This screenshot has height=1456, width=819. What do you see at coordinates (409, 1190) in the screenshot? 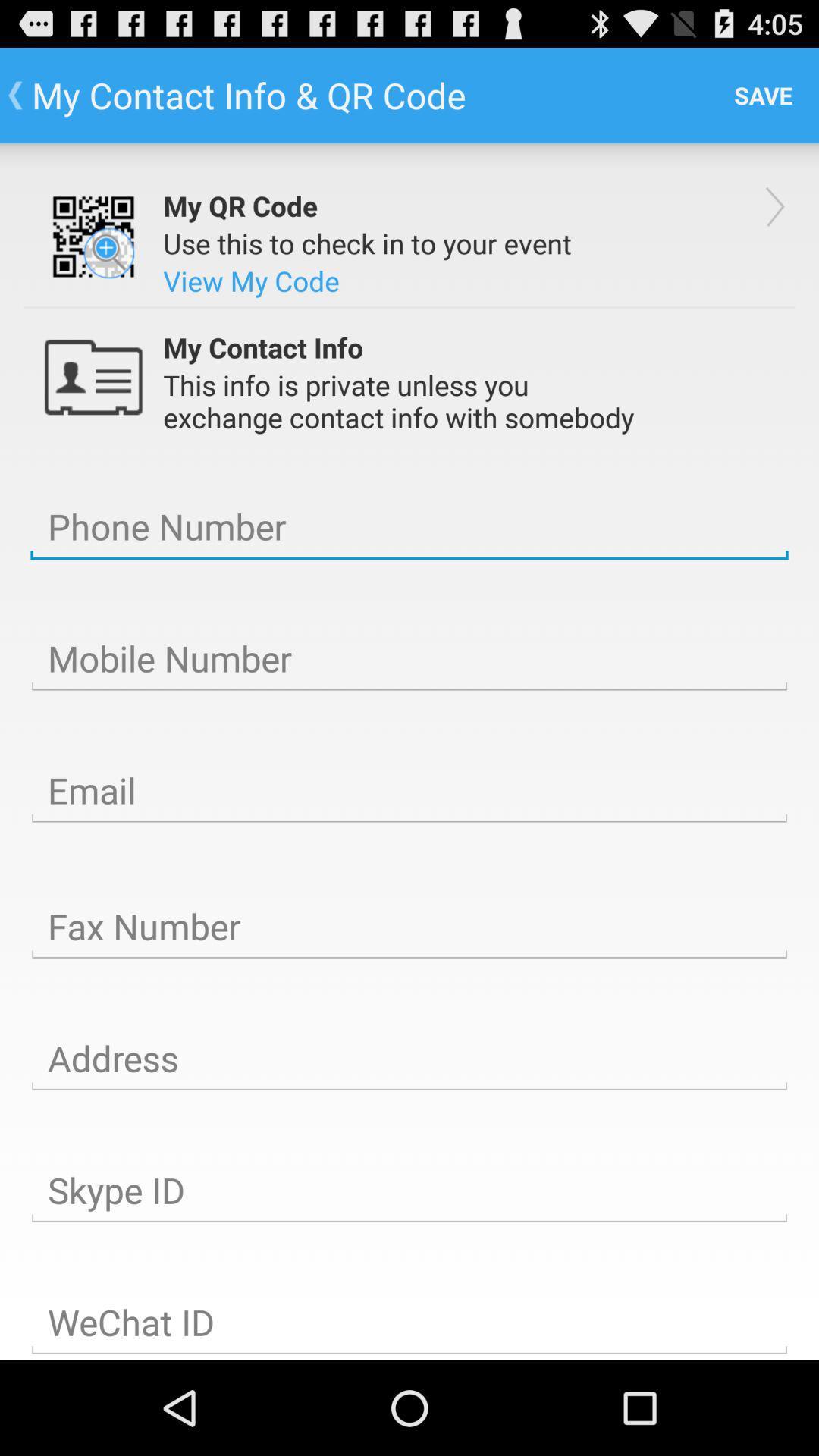
I see `skype id` at bounding box center [409, 1190].